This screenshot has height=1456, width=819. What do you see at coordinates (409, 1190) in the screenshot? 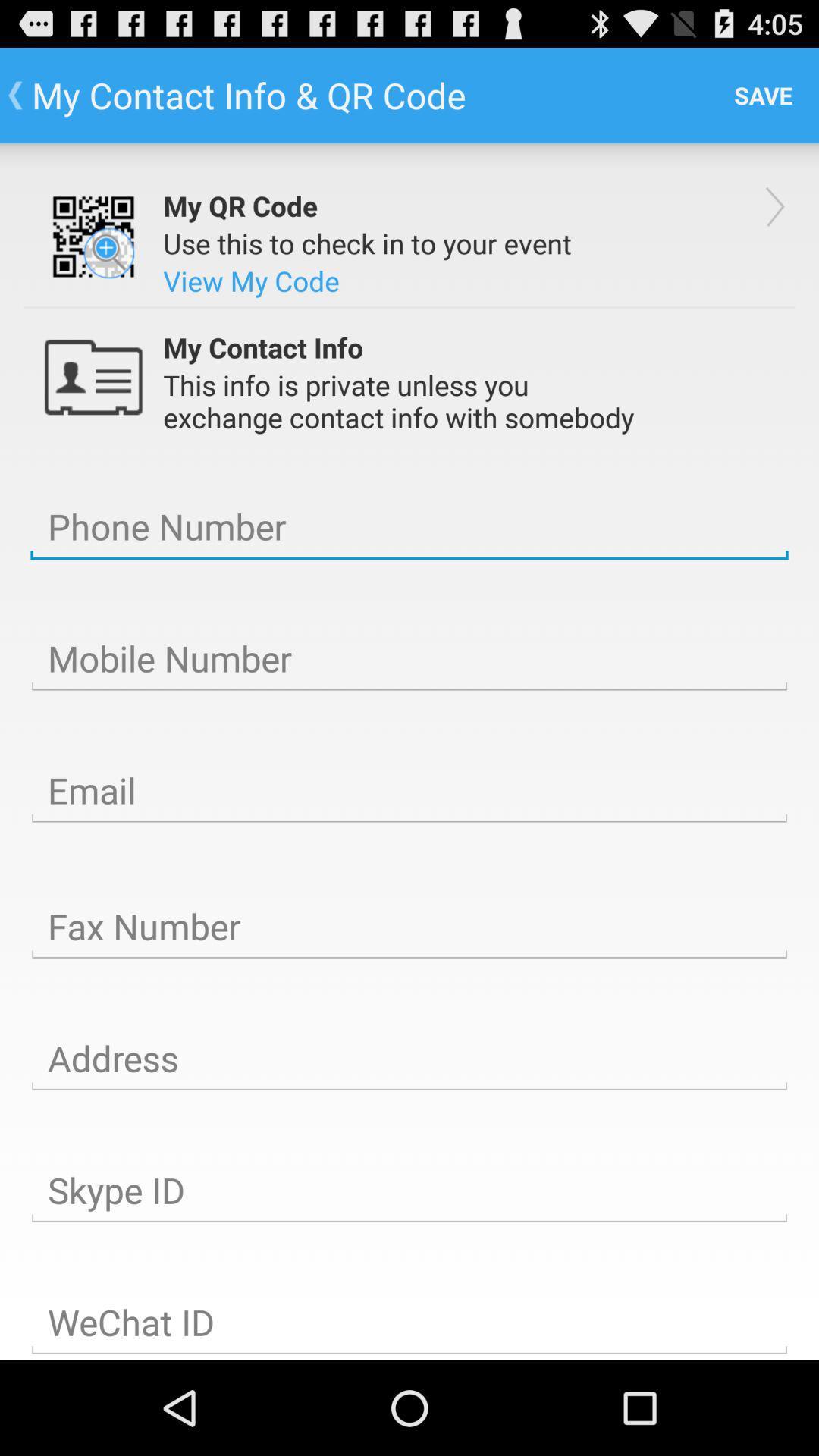
I see `skype id` at bounding box center [409, 1190].